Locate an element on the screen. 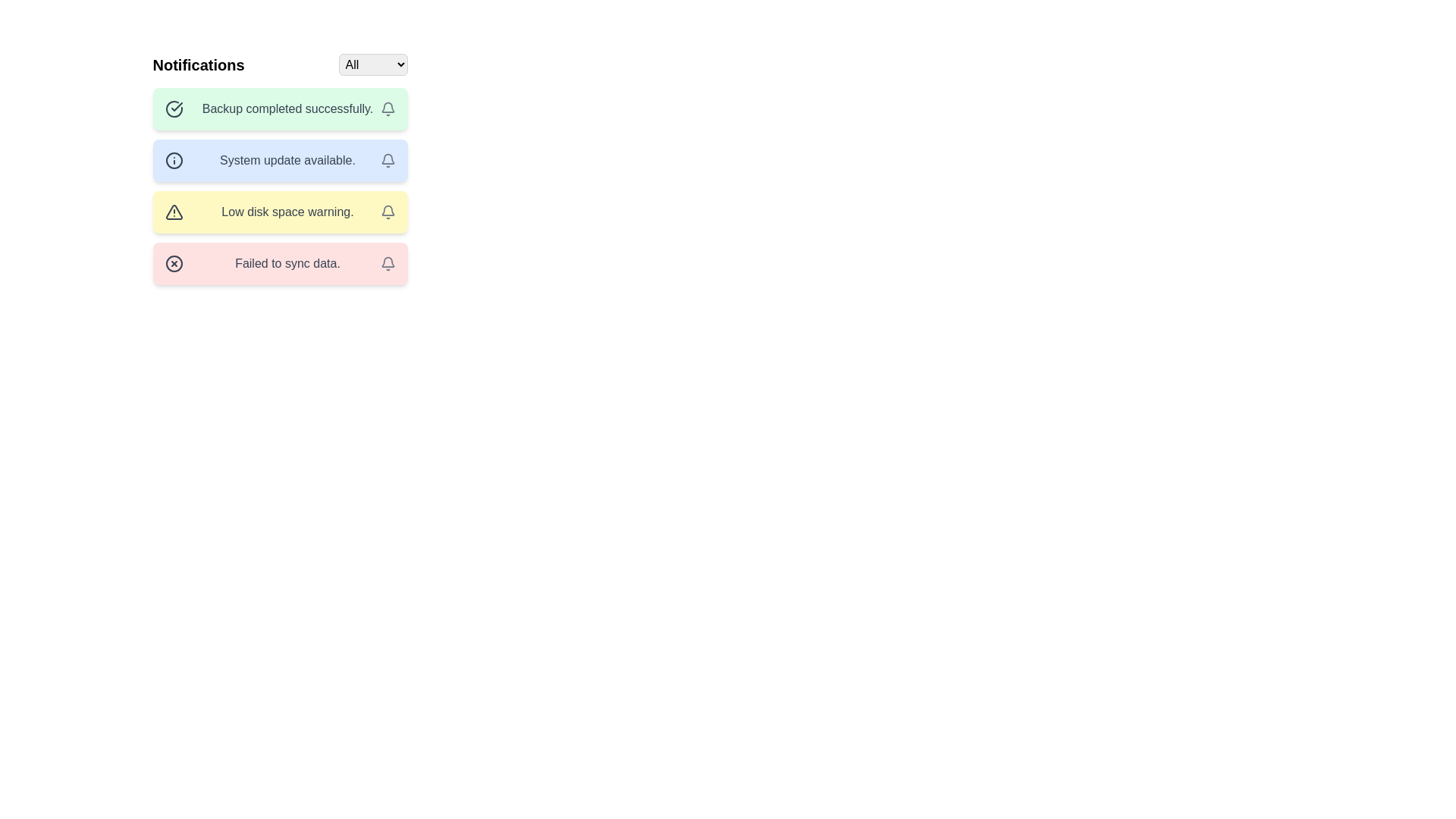 Image resolution: width=1456 pixels, height=819 pixels. a specific option from the dropdown menu located in the top-right region of the notifications bar is located at coordinates (372, 63).